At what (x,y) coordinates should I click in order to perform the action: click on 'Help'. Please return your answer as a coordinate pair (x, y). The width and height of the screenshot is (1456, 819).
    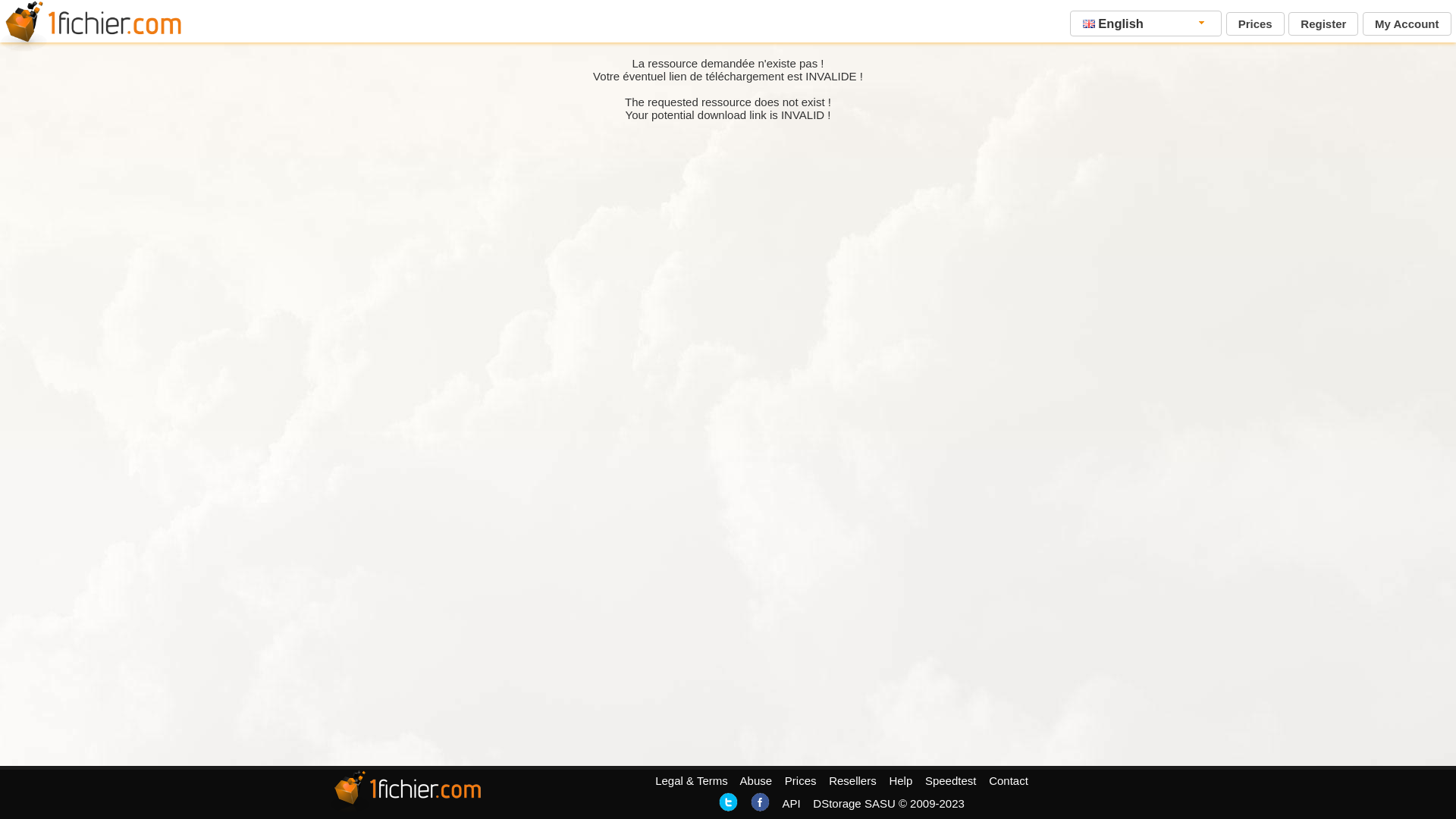
    Looking at the image, I should click on (900, 780).